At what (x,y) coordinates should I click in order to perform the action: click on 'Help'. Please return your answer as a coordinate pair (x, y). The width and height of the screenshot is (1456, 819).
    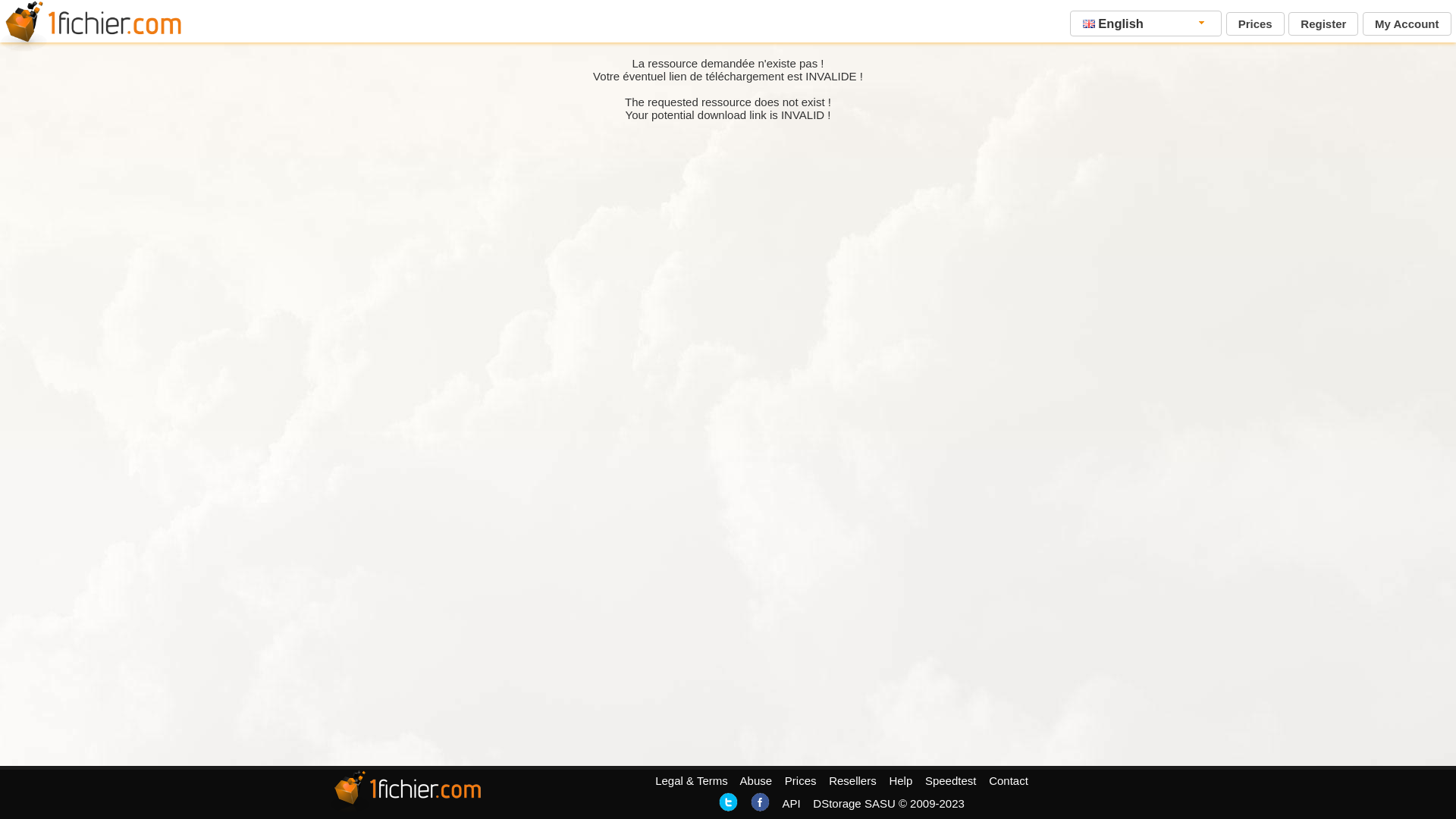
    Looking at the image, I should click on (900, 780).